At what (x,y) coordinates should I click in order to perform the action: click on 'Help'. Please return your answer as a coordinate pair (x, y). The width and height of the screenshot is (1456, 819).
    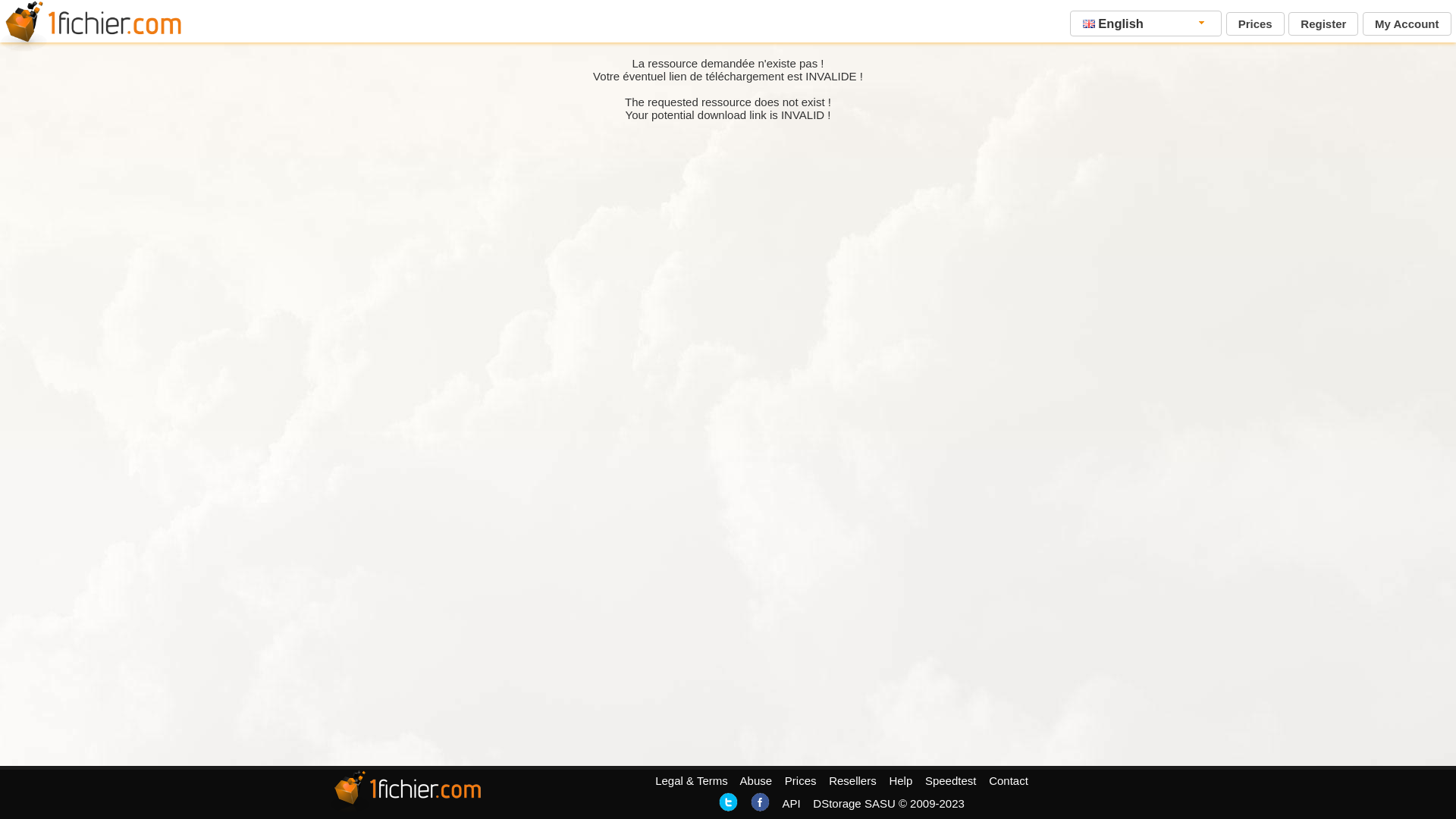
    Looking at the image, I should click on (900, 780).